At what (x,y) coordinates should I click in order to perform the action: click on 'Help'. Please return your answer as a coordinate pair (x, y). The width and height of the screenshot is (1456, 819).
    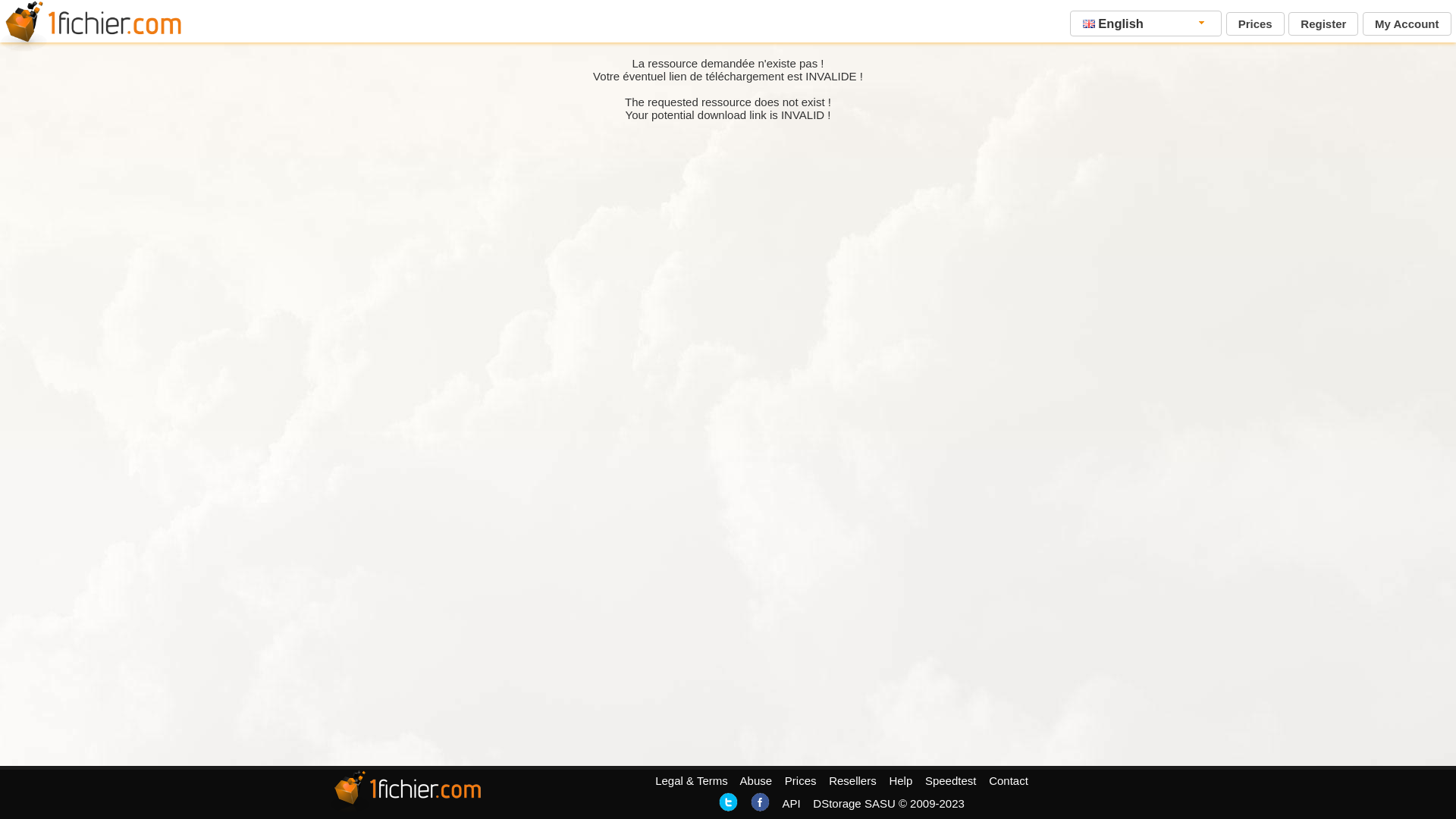
    Looking at the image, I should click on (900, 780).